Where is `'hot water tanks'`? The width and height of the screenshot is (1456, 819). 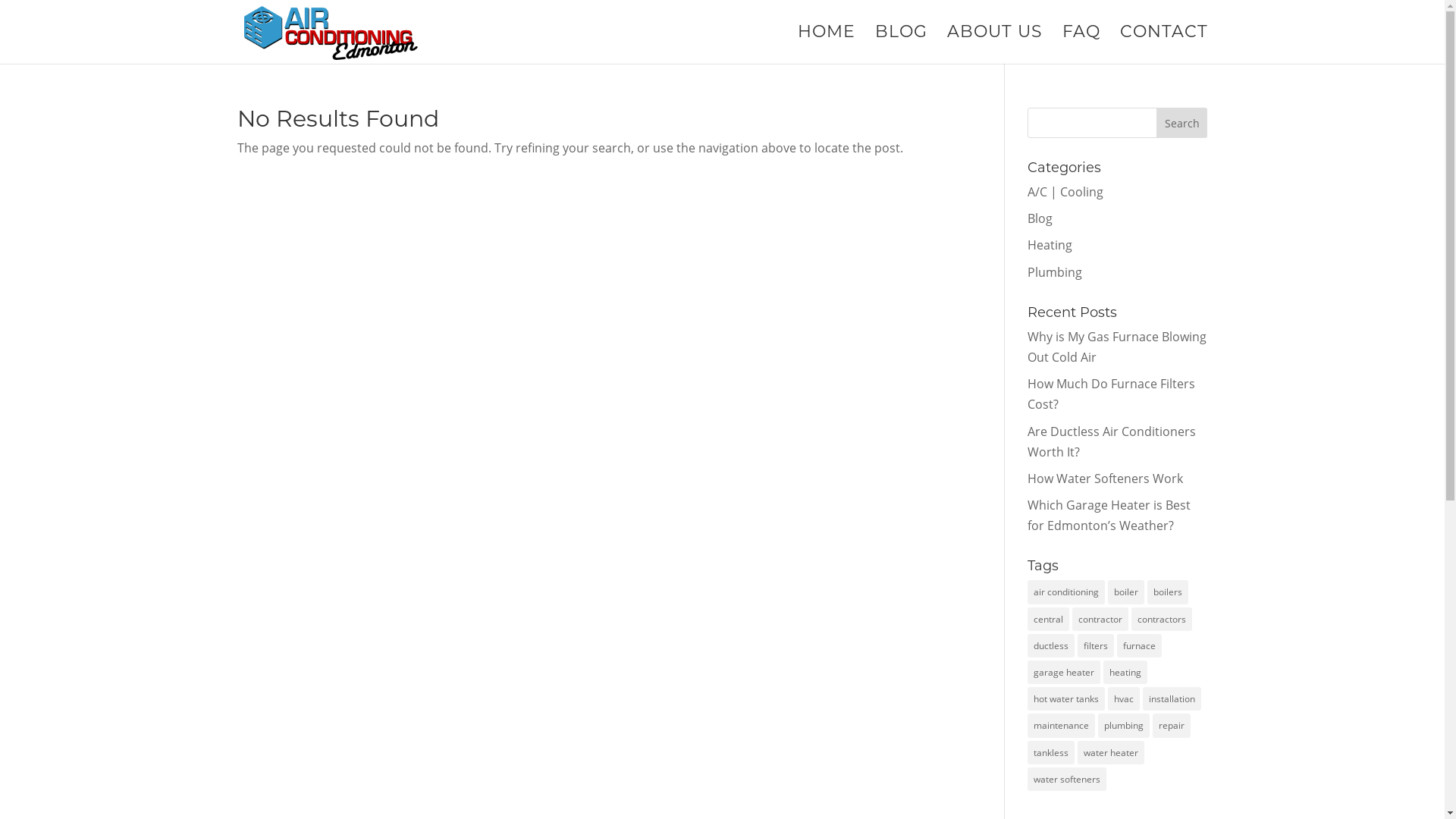 'hot water tanks' is located at coordinates (1027, 698).